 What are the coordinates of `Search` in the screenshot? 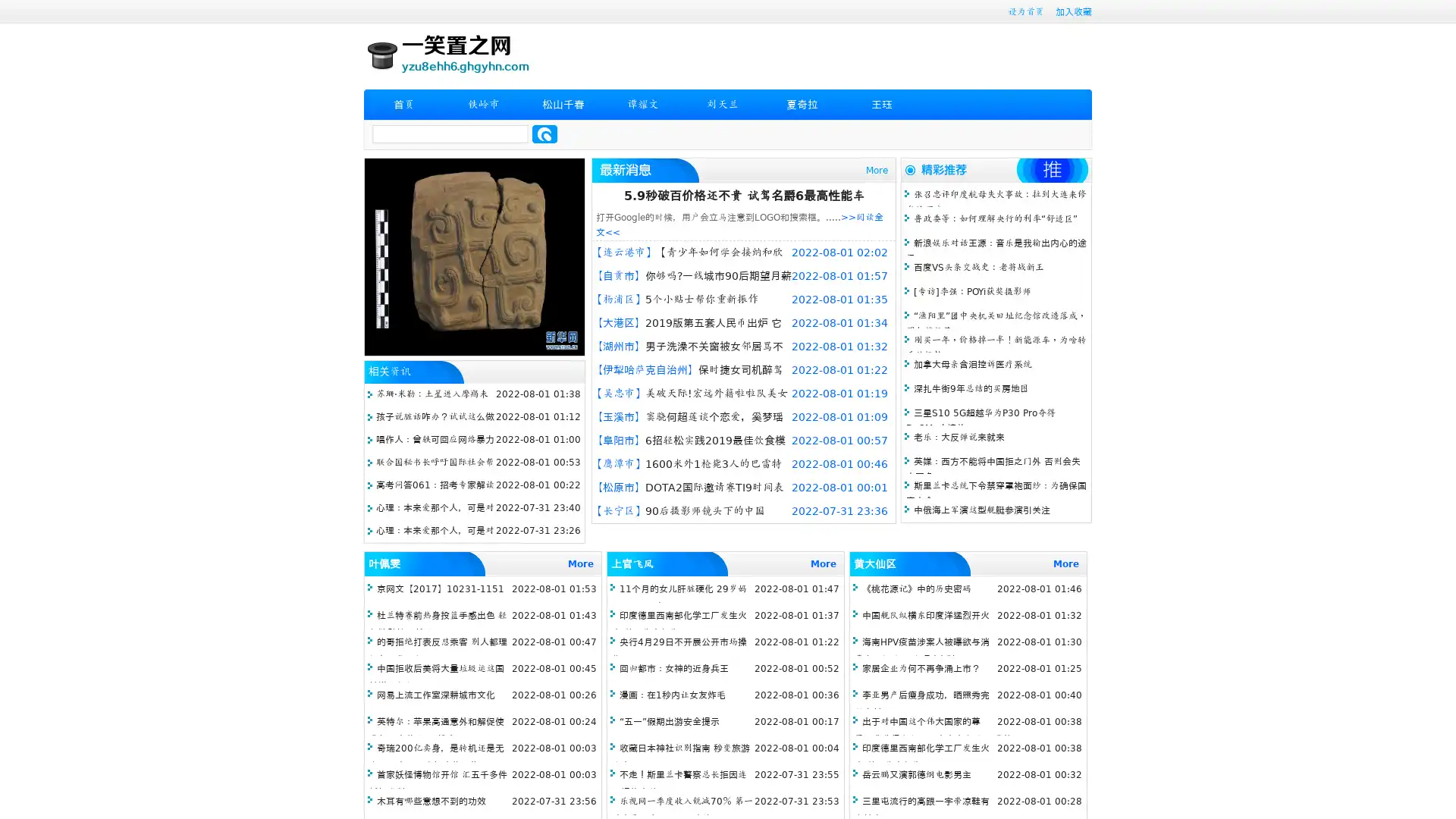 It's located at (544, 133).